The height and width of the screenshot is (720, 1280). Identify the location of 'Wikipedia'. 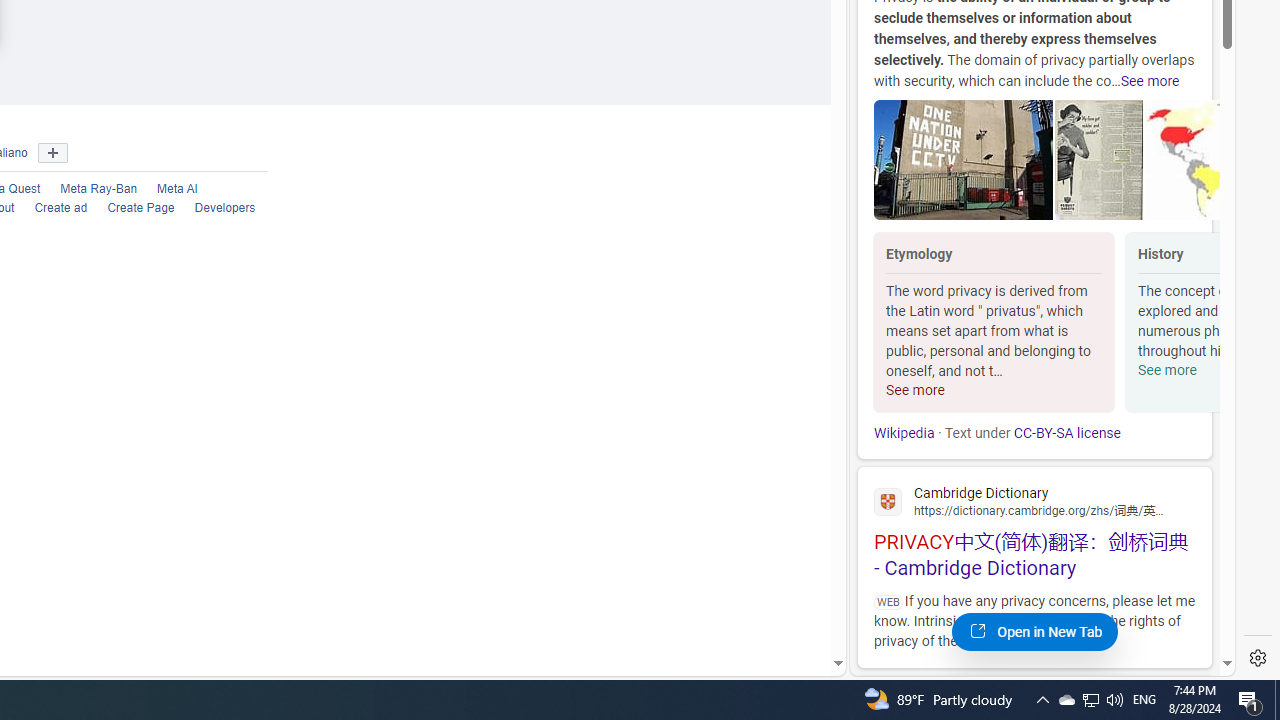
(903, 432).